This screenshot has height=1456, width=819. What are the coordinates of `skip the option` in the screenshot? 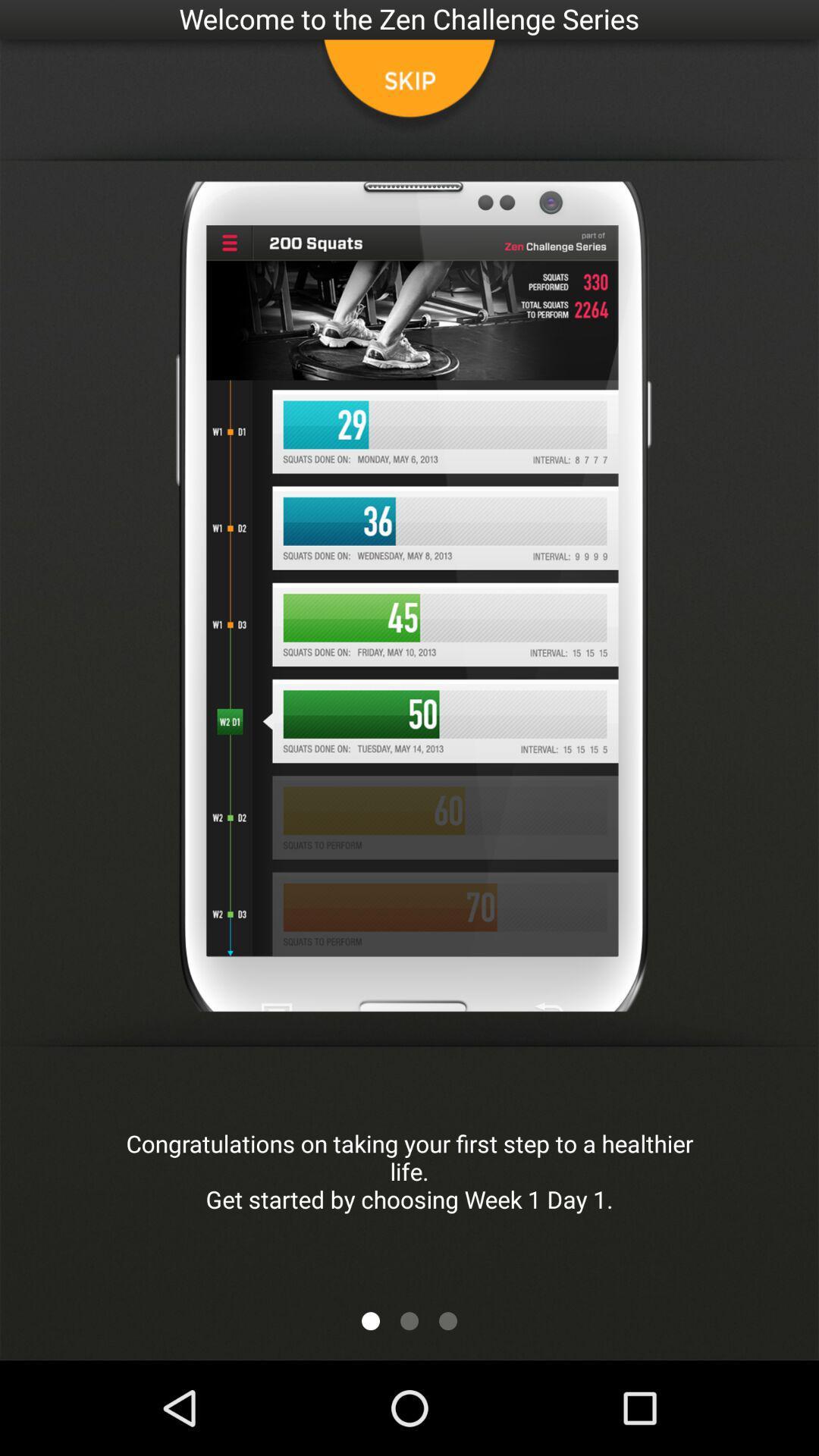 It's located at (409, 86).